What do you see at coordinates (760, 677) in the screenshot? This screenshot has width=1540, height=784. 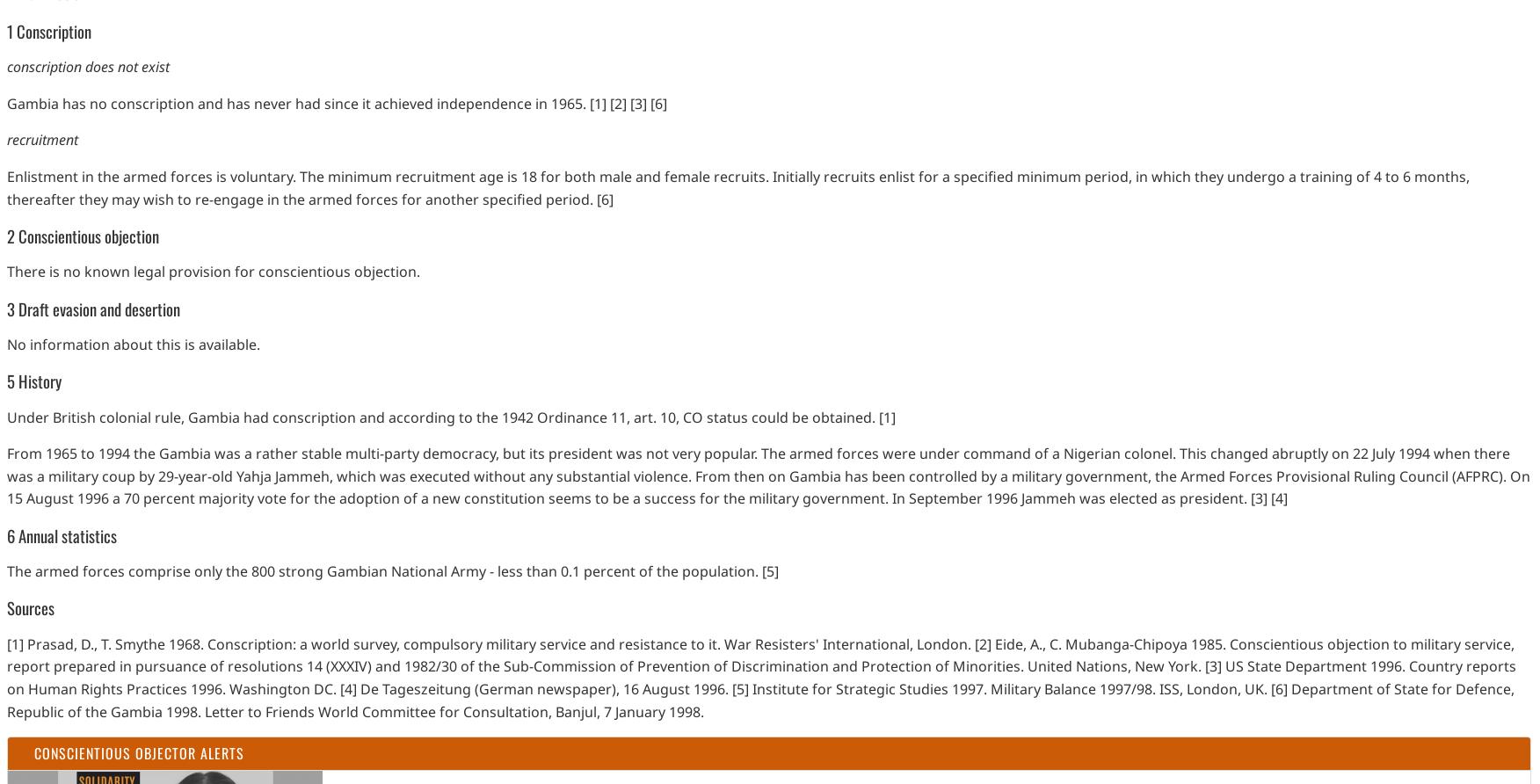 I see `'[1] Prasad, D., T. Smythe 1968. Conscription: a world survey, compulsory military service and resistance to it. War Resisters' International, London. [2] Eide, A., C. Mubanga-Chipoya 1985. Conscientious objection to military service, report prepared in pursuance of resolutions 14 (XXXIV) and 1982/30 of the Sub-Commission of Prevention of Discrimination and Protection of Minorities. United Nations, New York. [3] US State Department 1996. Country reports on Human Rights Practices 1996. Washington DC. [4] De Tageszeitung (German newspaper), 16 August 1996. [5] Institute for Strategic Studies 1997. Military Balance 1997/98. ISS, London, UK. [6] Department of State for Defence, Republic of the Gambia 1998. Letter to Friends World Committee for Consultation, Banjul, 7 January 1998.'` at bounding box center [760, 677].